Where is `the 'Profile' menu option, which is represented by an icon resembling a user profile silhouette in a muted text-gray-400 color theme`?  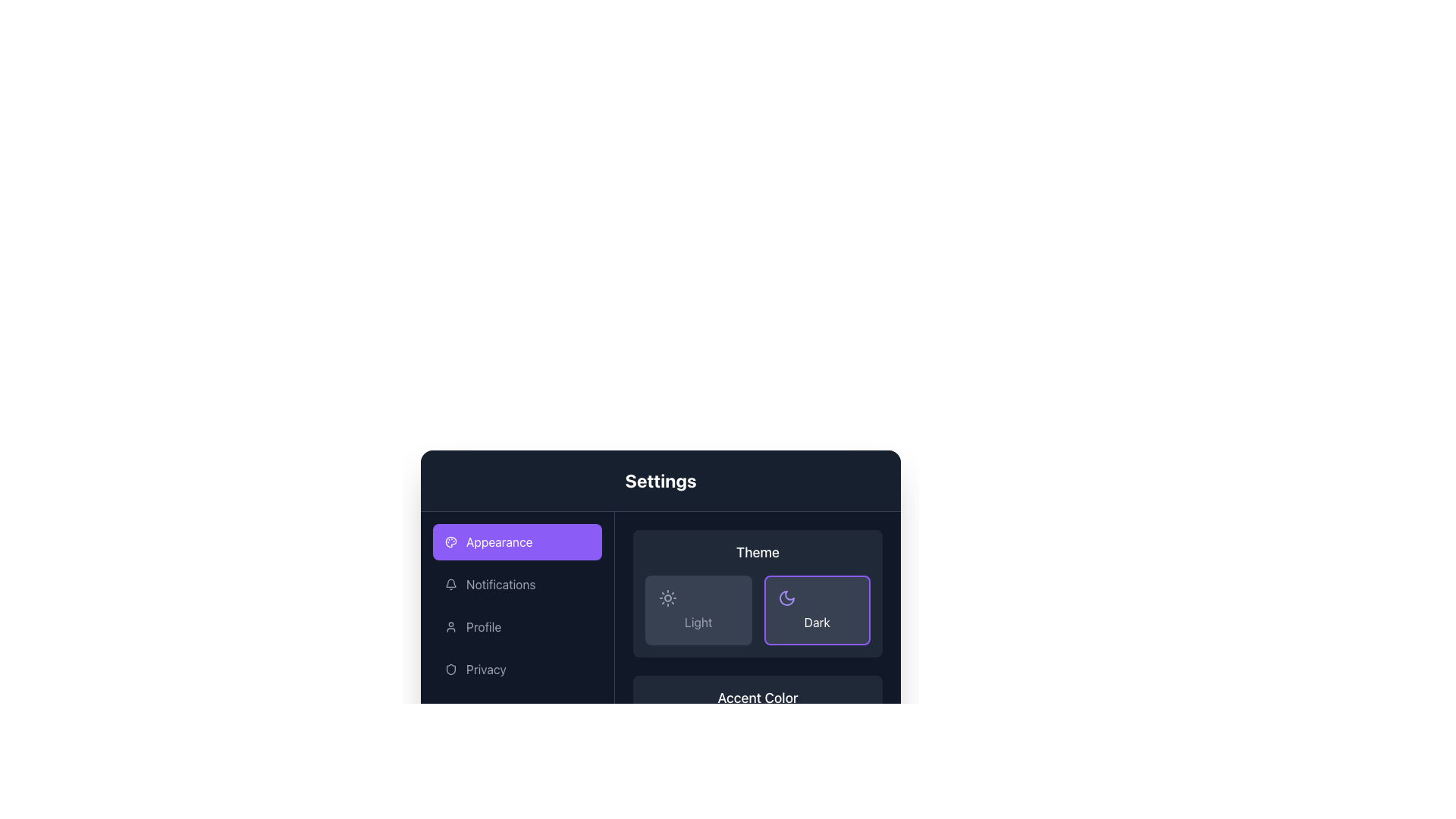
the 'Profile' menu option, which is represented by an icon resembling a user profile silhouette in a muted text-gray-400 color theme is located at coordinates (450, 626).